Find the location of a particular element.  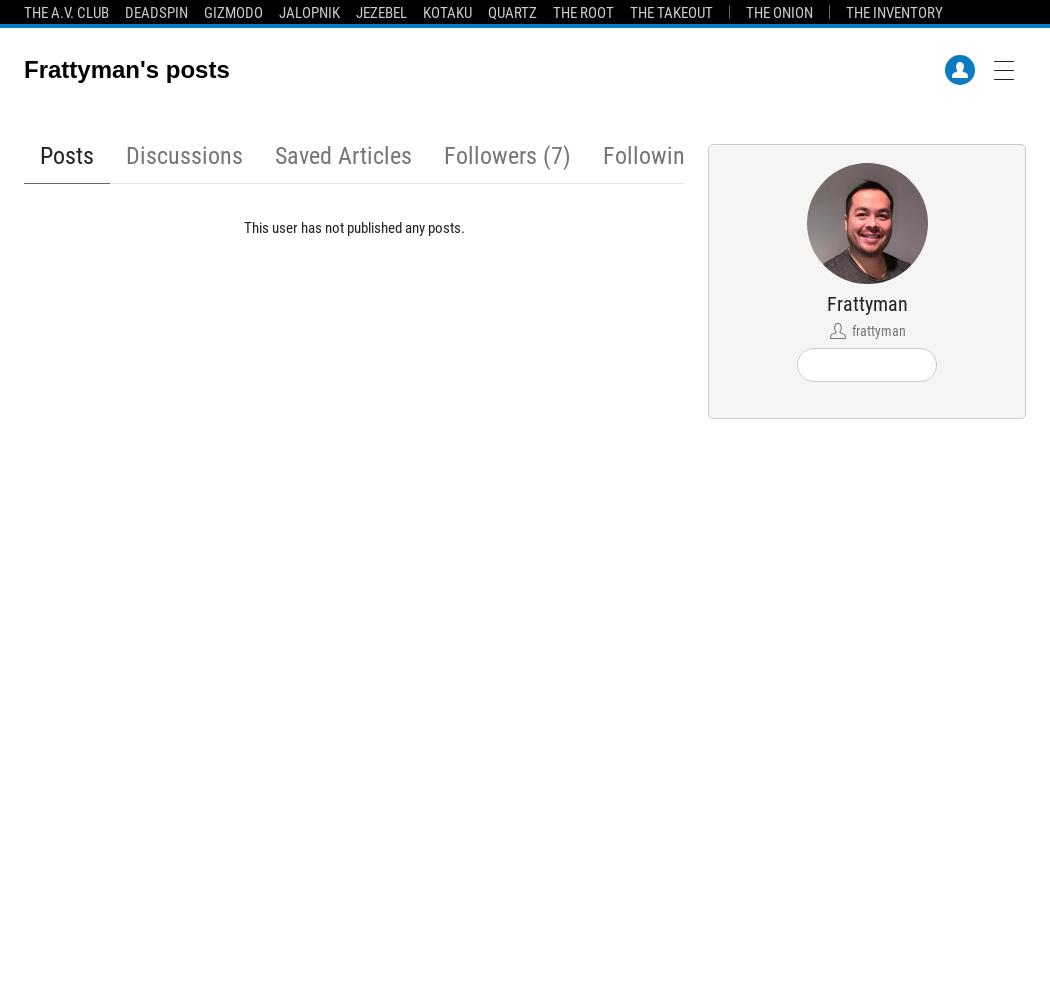

'The Inventory' is located at coordinates (893, 13).